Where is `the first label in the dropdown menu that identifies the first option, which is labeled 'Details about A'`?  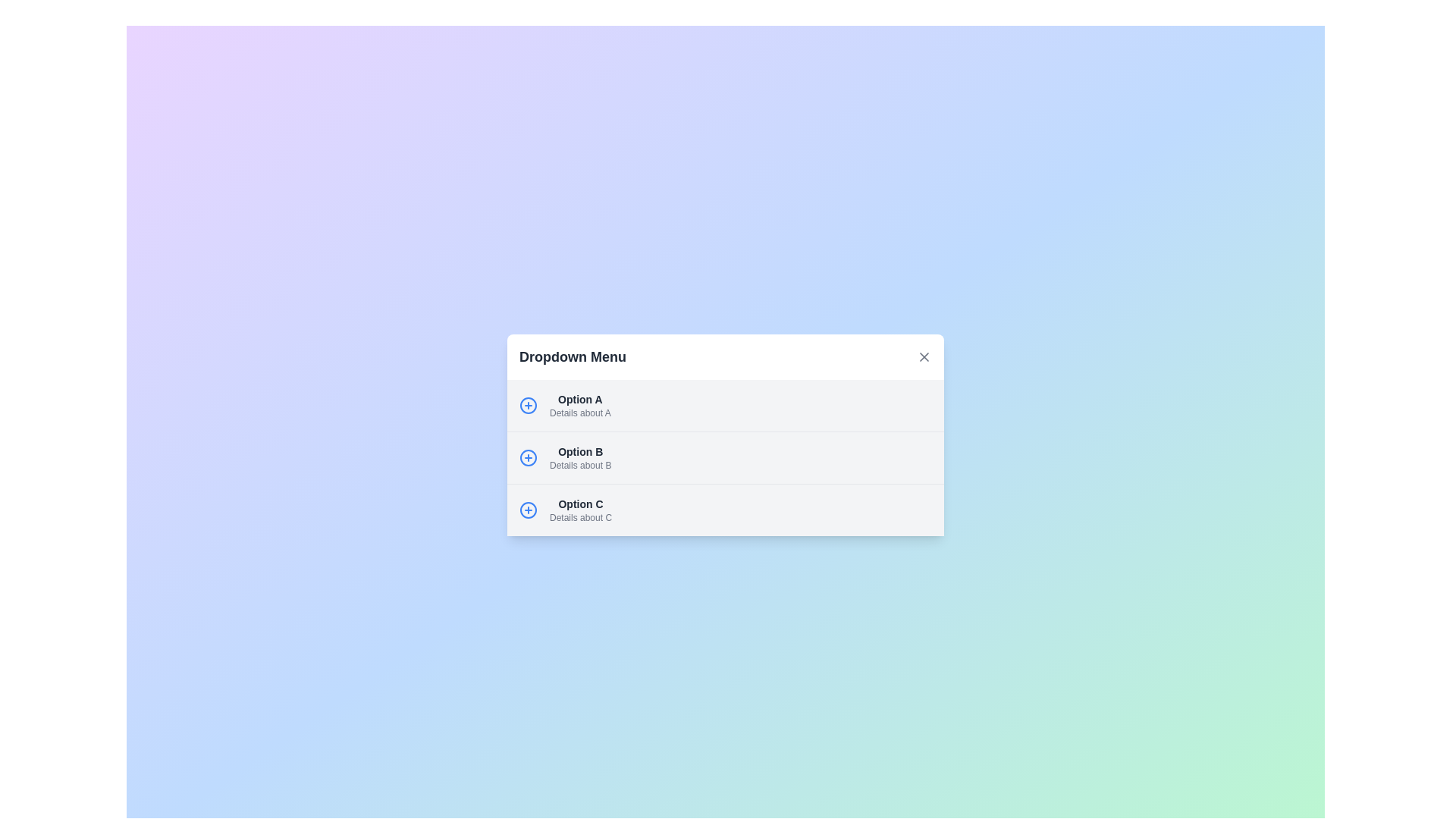
the first label in the dropdown menu that identifies the first option, which is labeled 'Details about A' is located at coordinates (579, 399).